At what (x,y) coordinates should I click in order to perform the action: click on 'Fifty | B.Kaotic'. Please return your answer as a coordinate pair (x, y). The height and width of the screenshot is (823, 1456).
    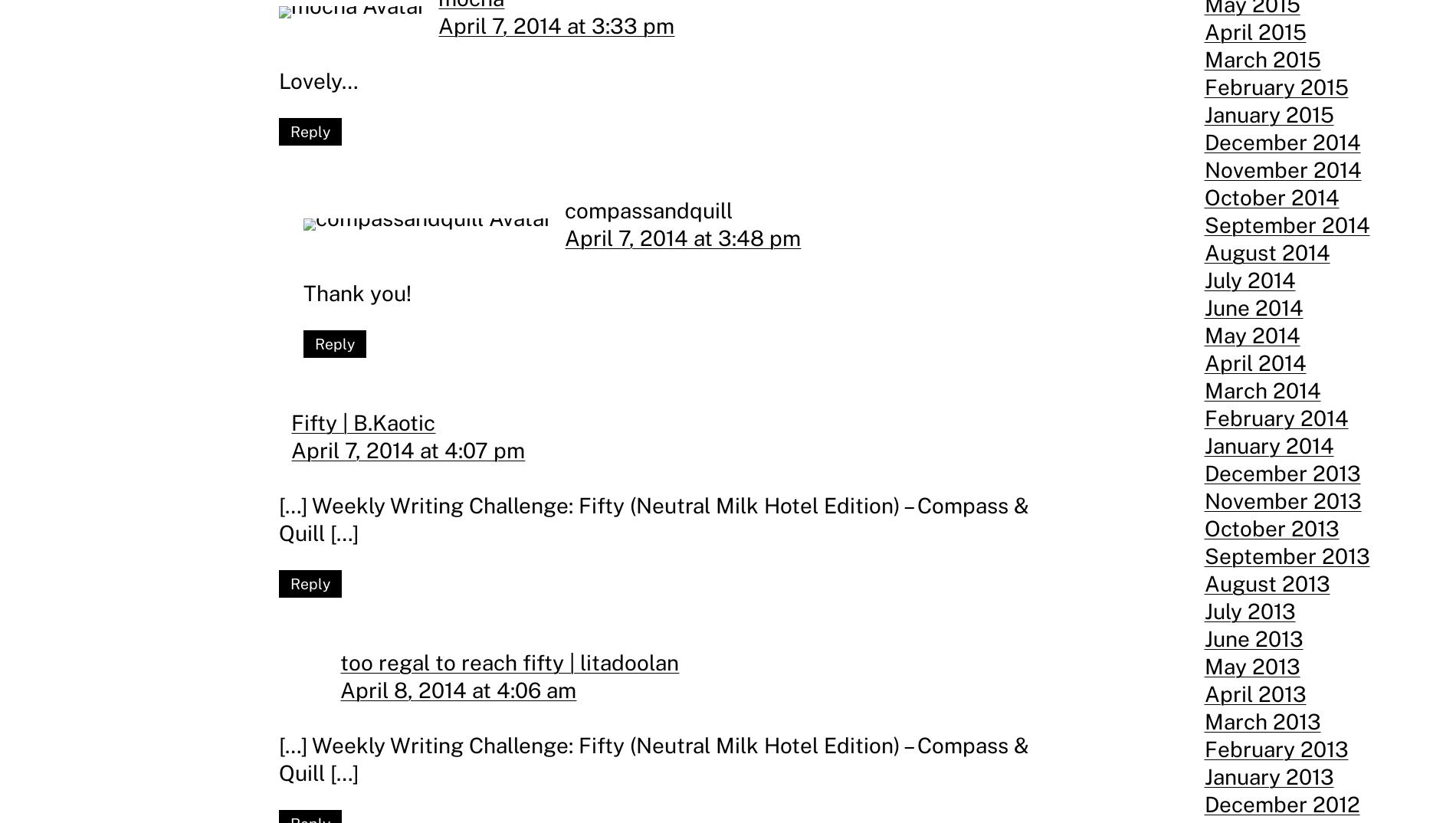
    Looking at the image, I should click on (362, 421).